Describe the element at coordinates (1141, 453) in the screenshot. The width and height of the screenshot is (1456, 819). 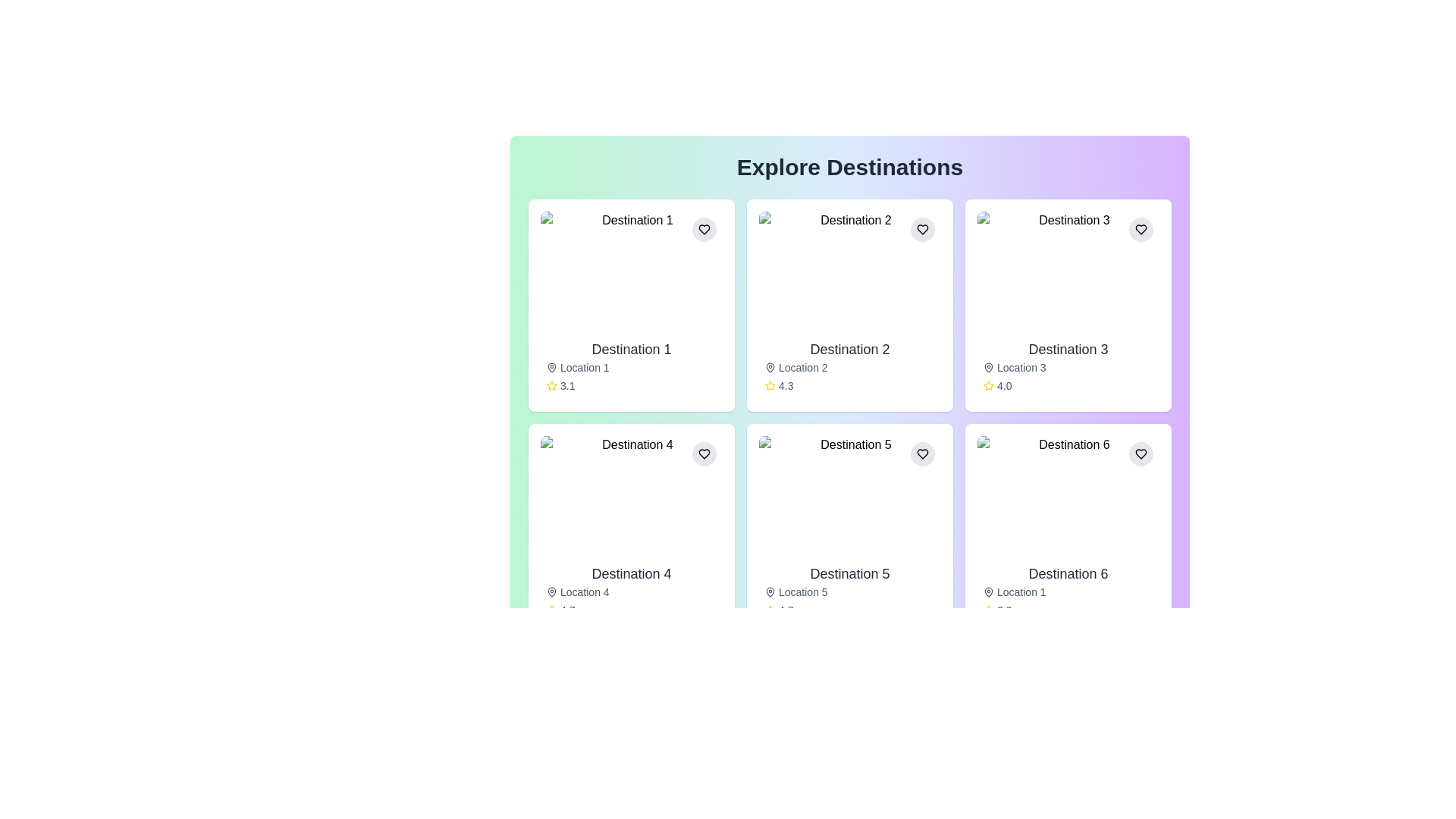
I see `the favorite button located` at that location.